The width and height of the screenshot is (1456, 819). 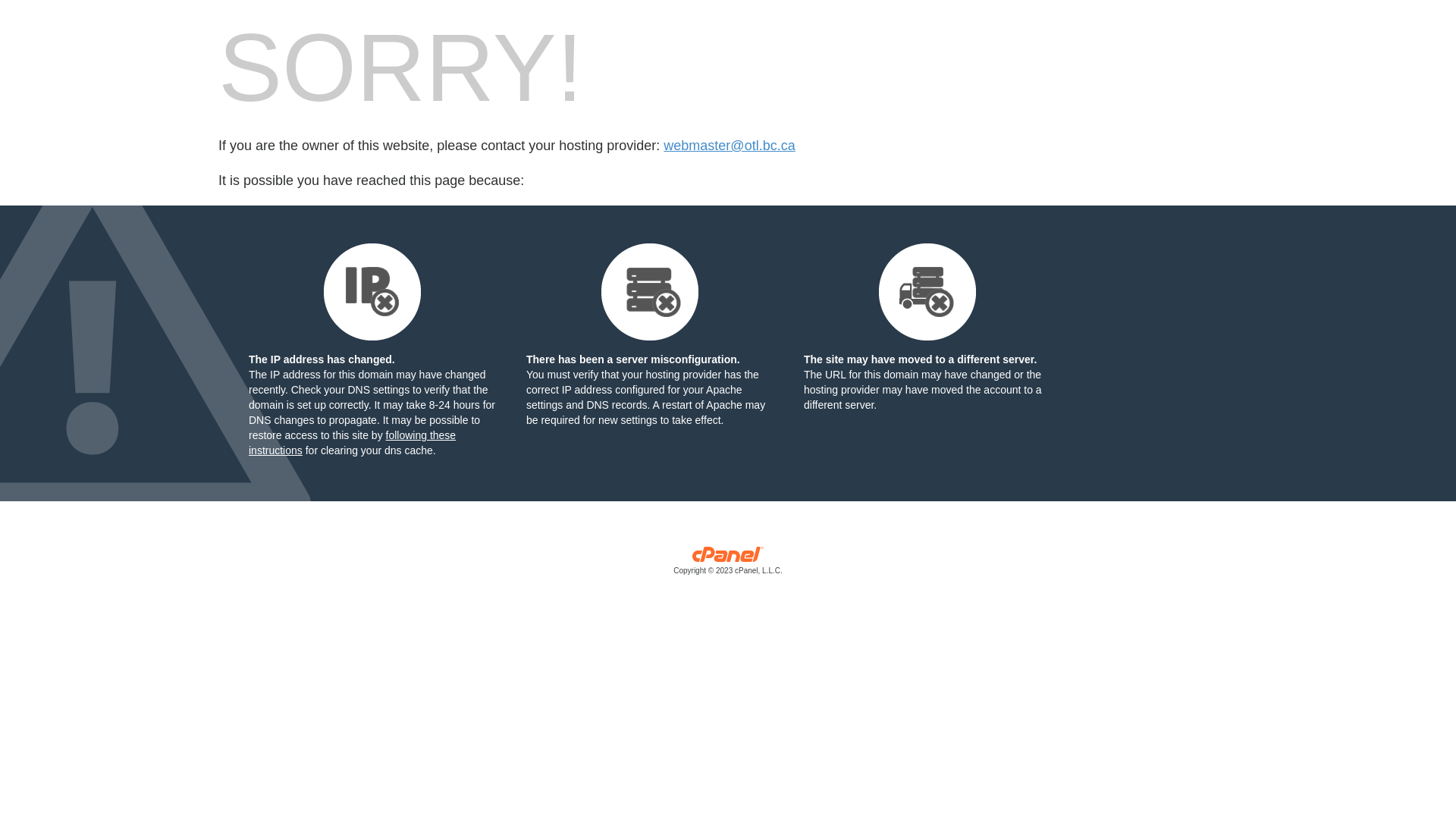 I want to click on 'webmaster@otl.bc.ca', so click(x=729, y=146).